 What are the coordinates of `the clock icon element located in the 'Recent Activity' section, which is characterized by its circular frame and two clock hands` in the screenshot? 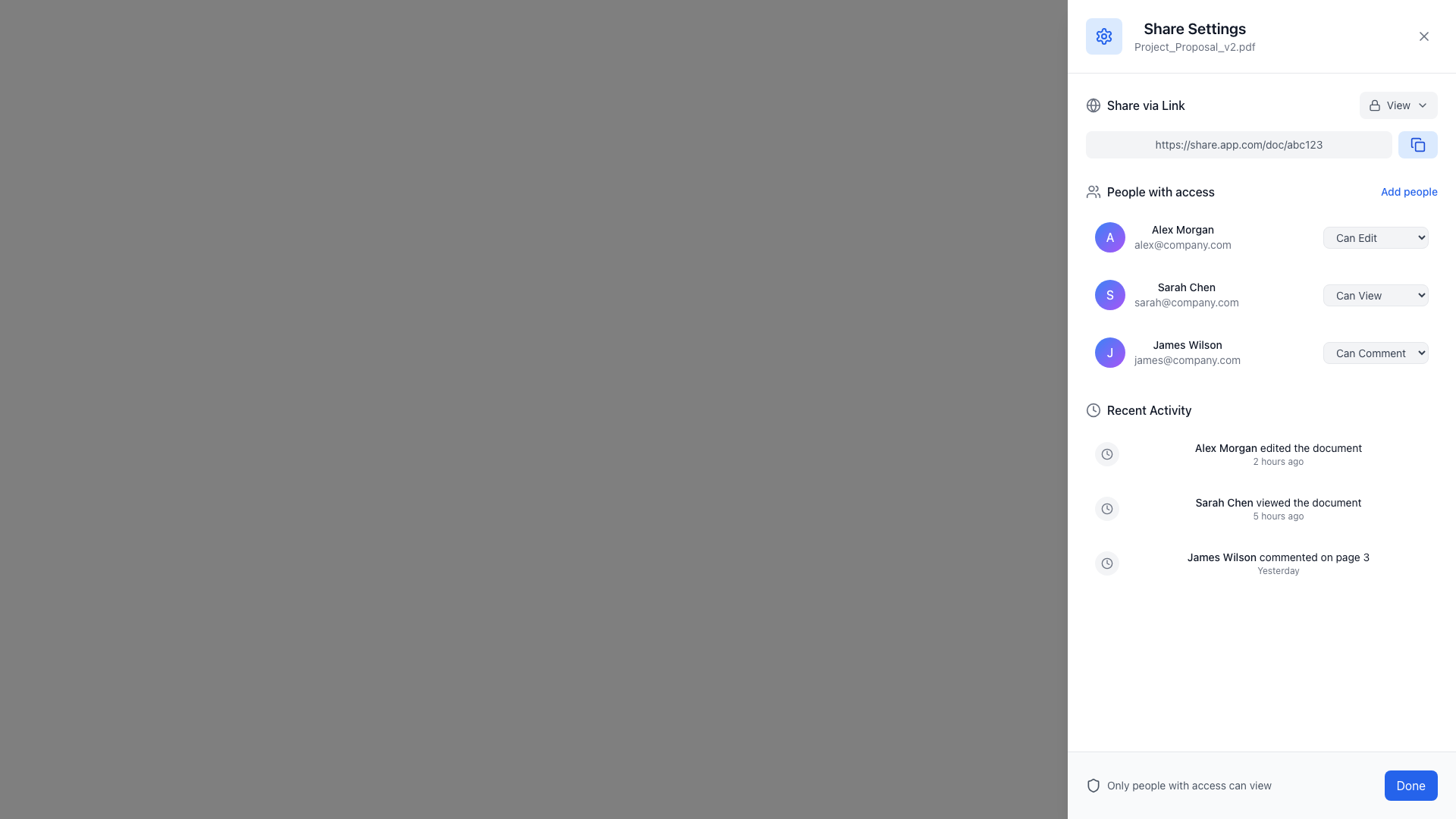 It's located at (1106, 509).